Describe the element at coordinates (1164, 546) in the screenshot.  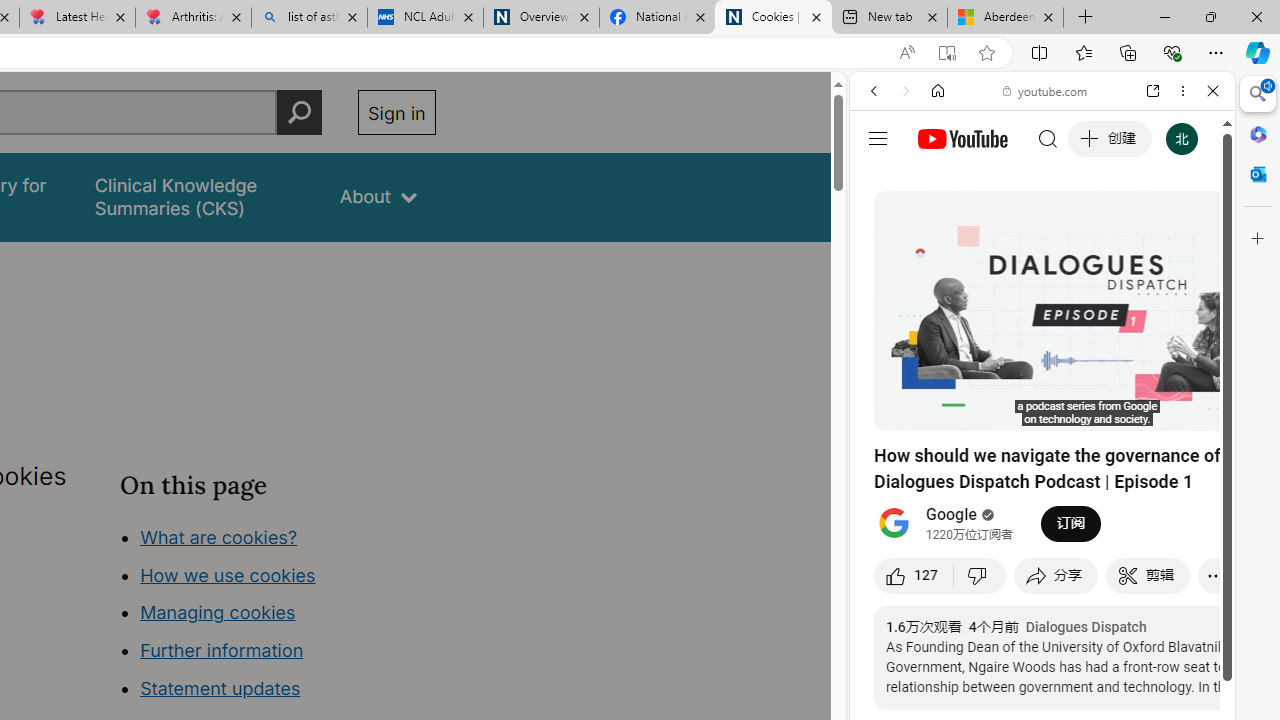
I see `'Show More Music'` at that location.